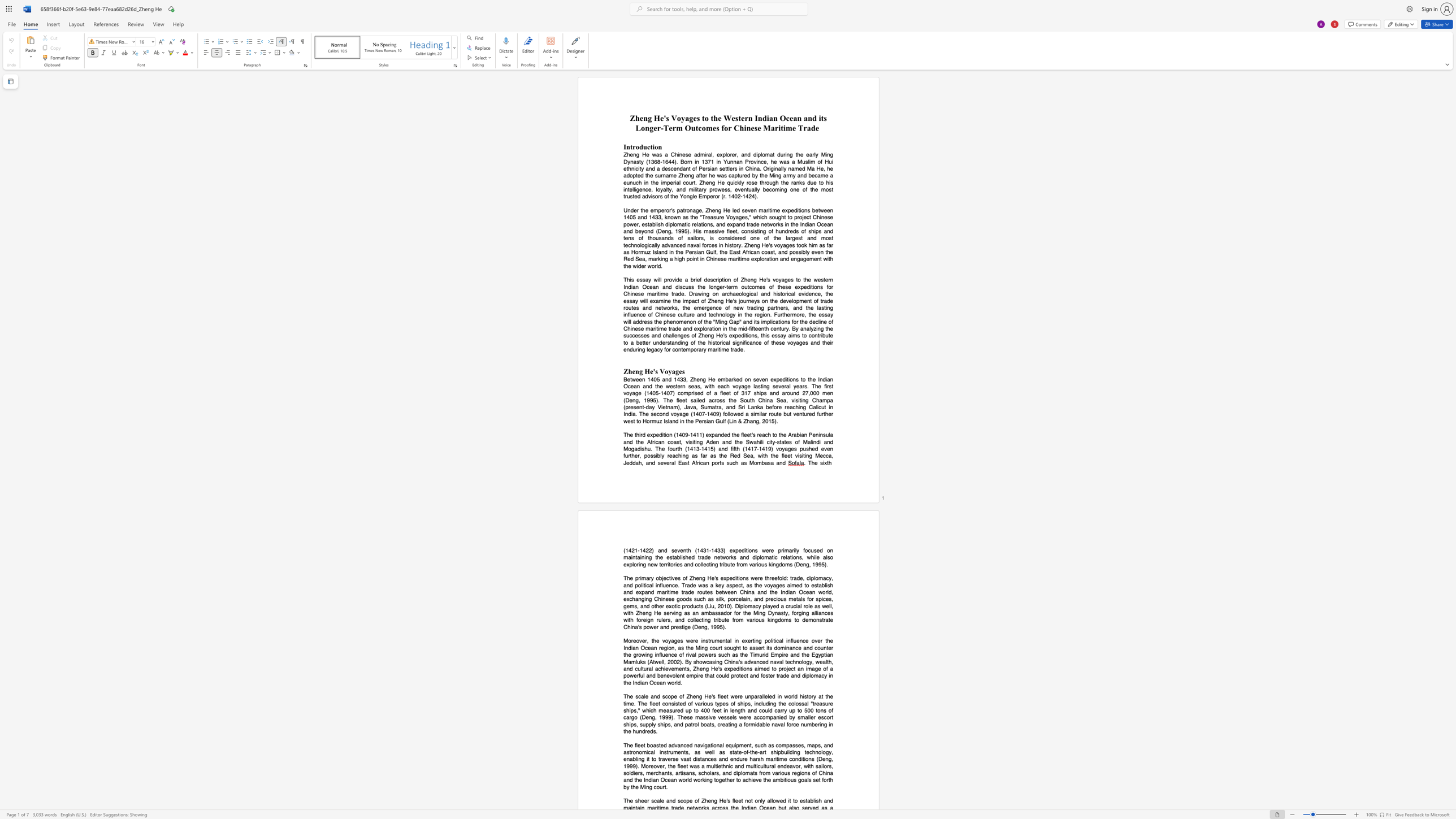  Describe the element at coordinates (623, 349) in the screenshot. I see `the subset text "enduri" within the text "This essay will provide a brief description of Zheng He"` at that location.